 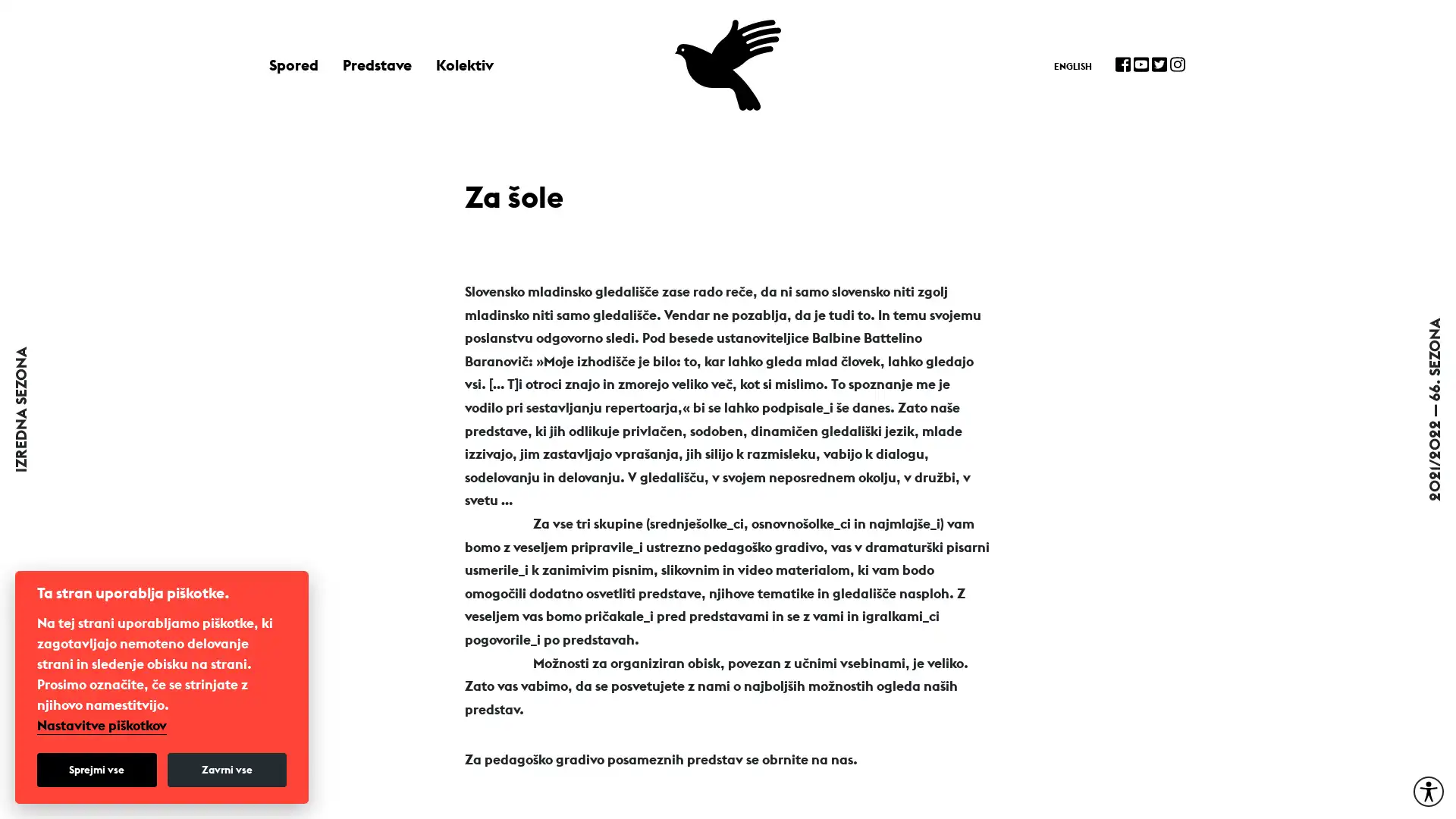 I want to click on Sprejmi vse, so click(x=95, y=769).